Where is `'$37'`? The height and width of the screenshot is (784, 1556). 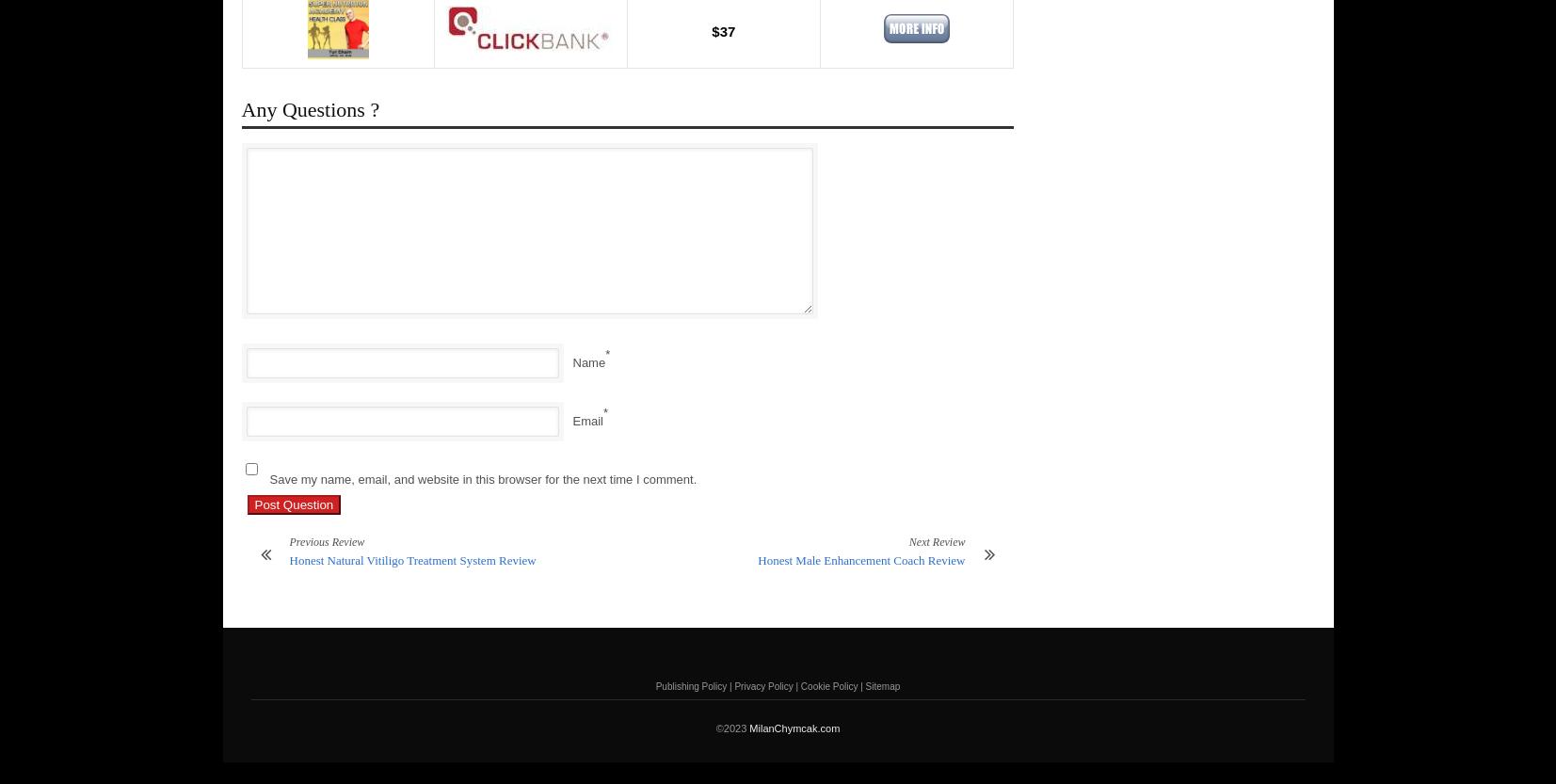
'$37' is located at coordinates (722, 31).